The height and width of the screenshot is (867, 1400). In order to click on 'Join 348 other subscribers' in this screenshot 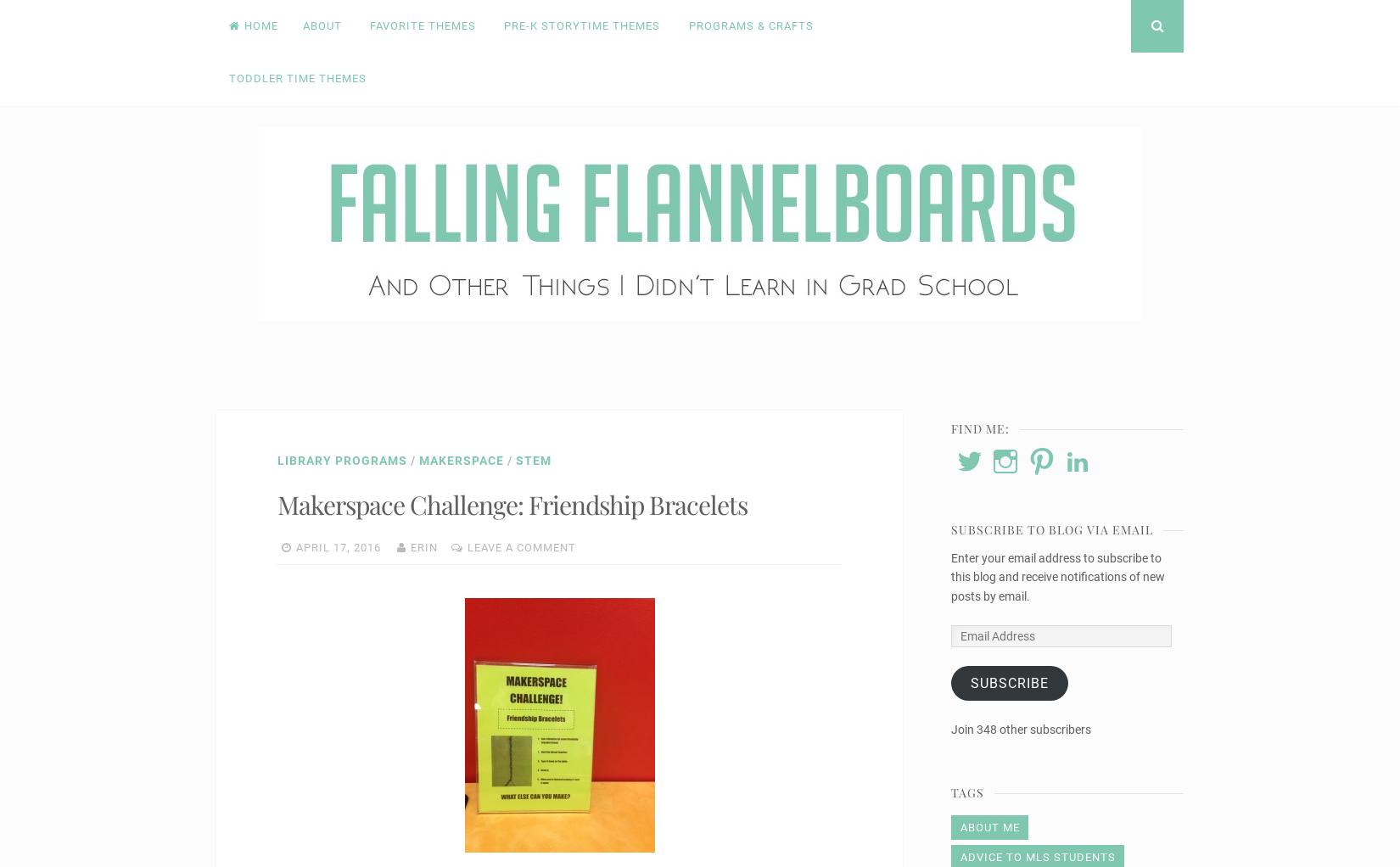, I will do `click(951, 728)`.